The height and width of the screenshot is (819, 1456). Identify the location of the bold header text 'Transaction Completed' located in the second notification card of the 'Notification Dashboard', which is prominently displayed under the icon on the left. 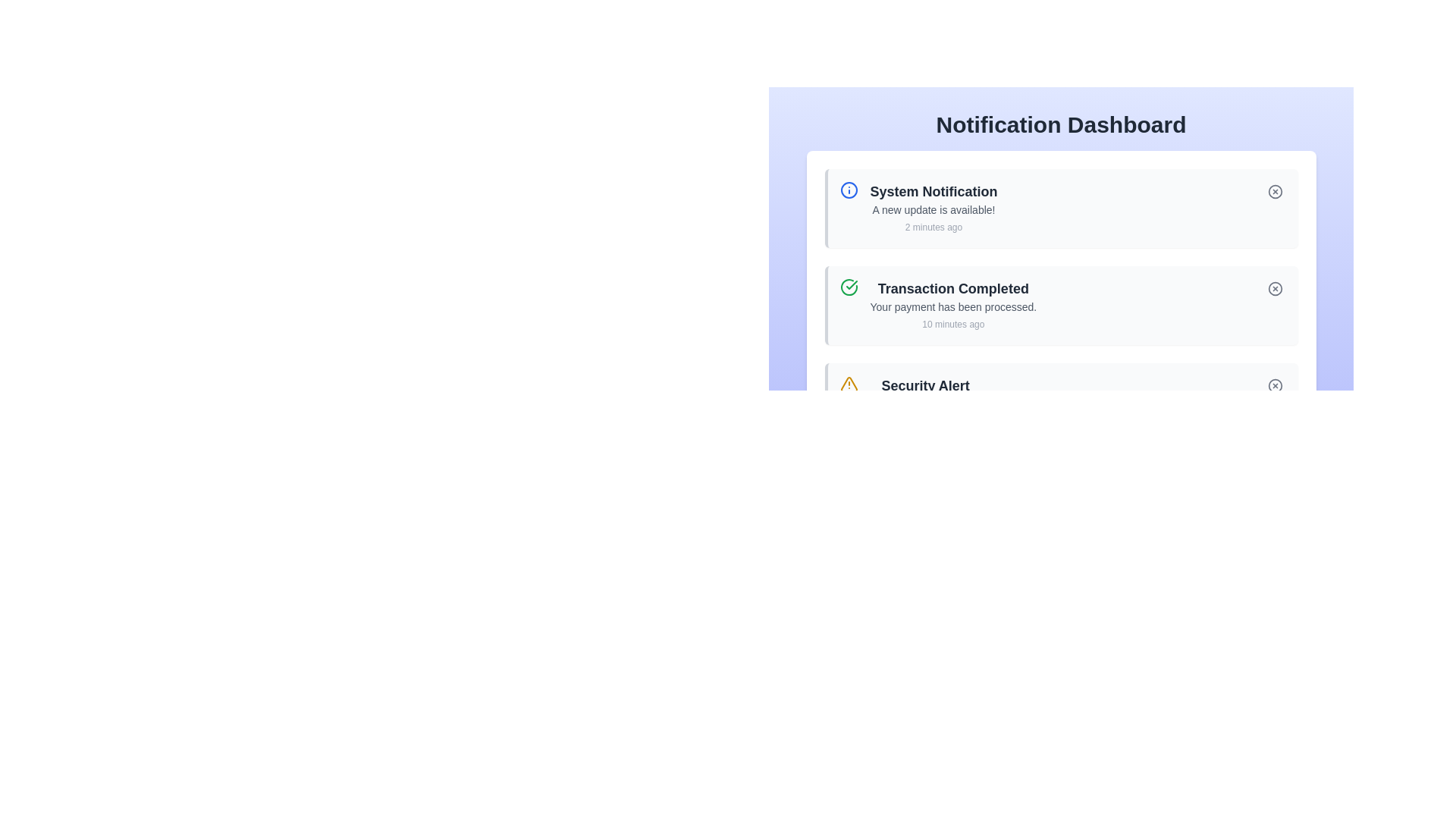
(952, 289).